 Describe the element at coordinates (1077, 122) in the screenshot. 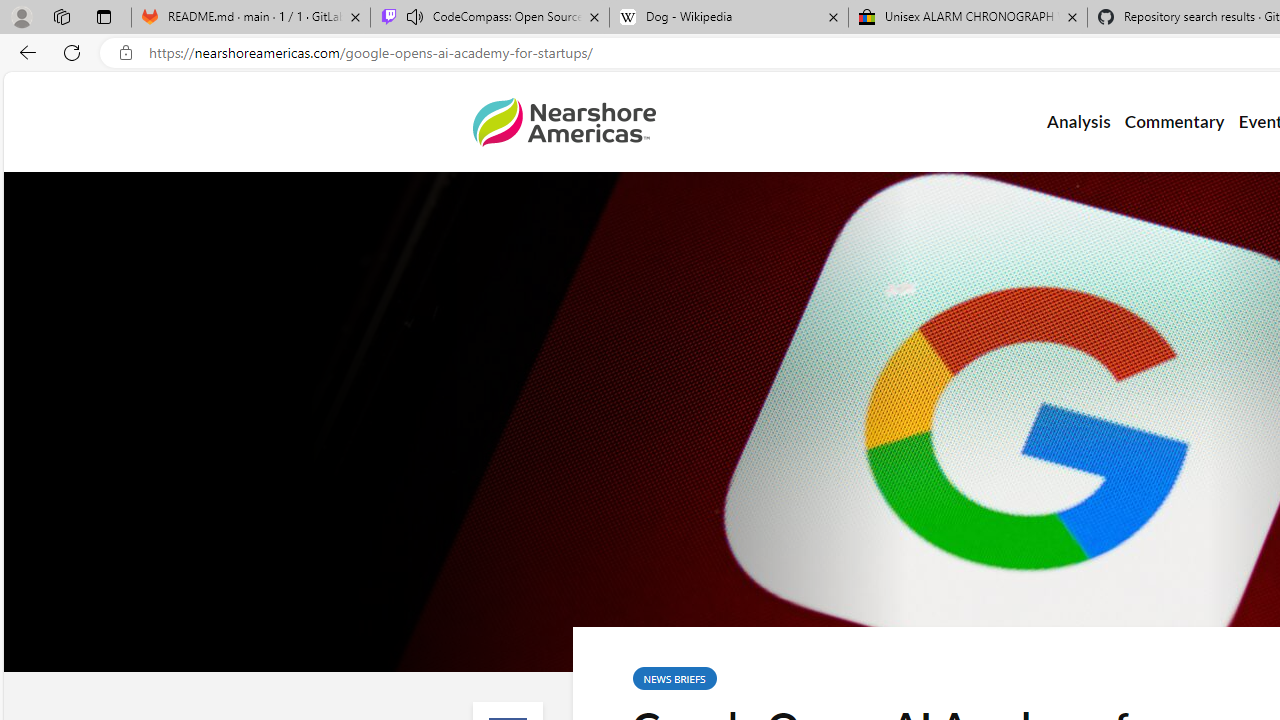

I see `'Analysis'` at that location.